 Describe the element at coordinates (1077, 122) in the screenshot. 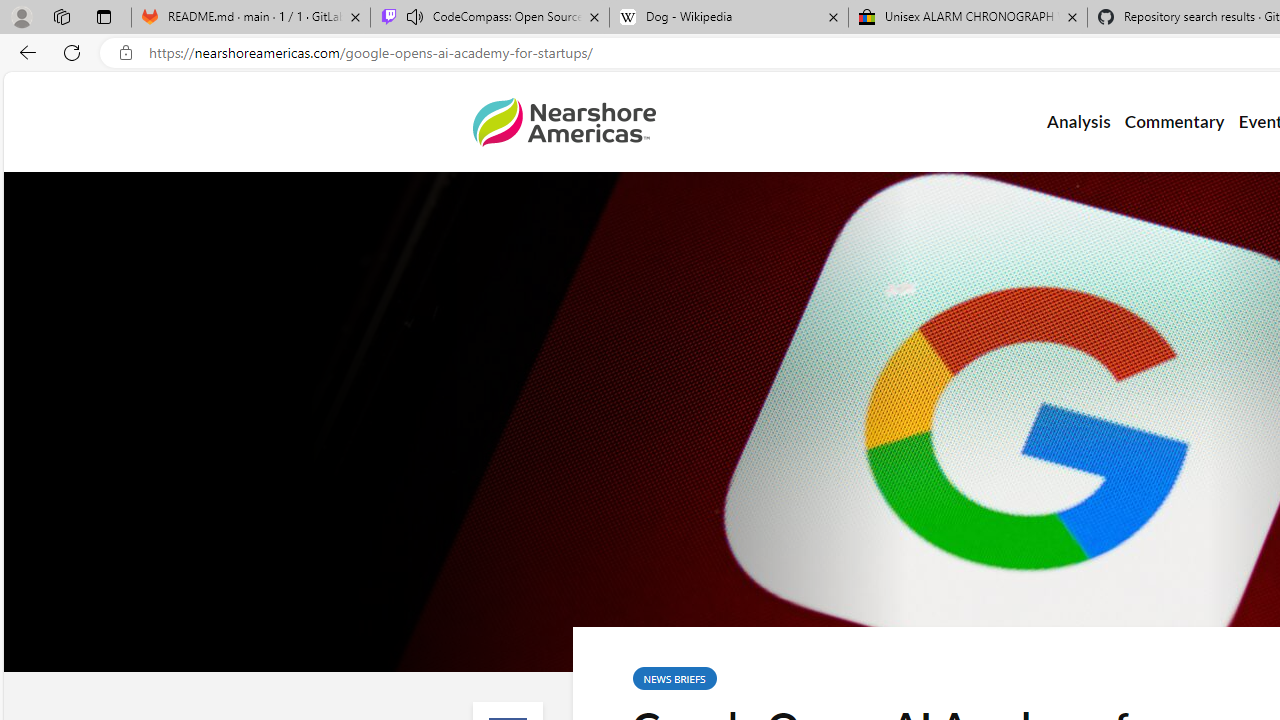

I see `'Analysis'` at that location.